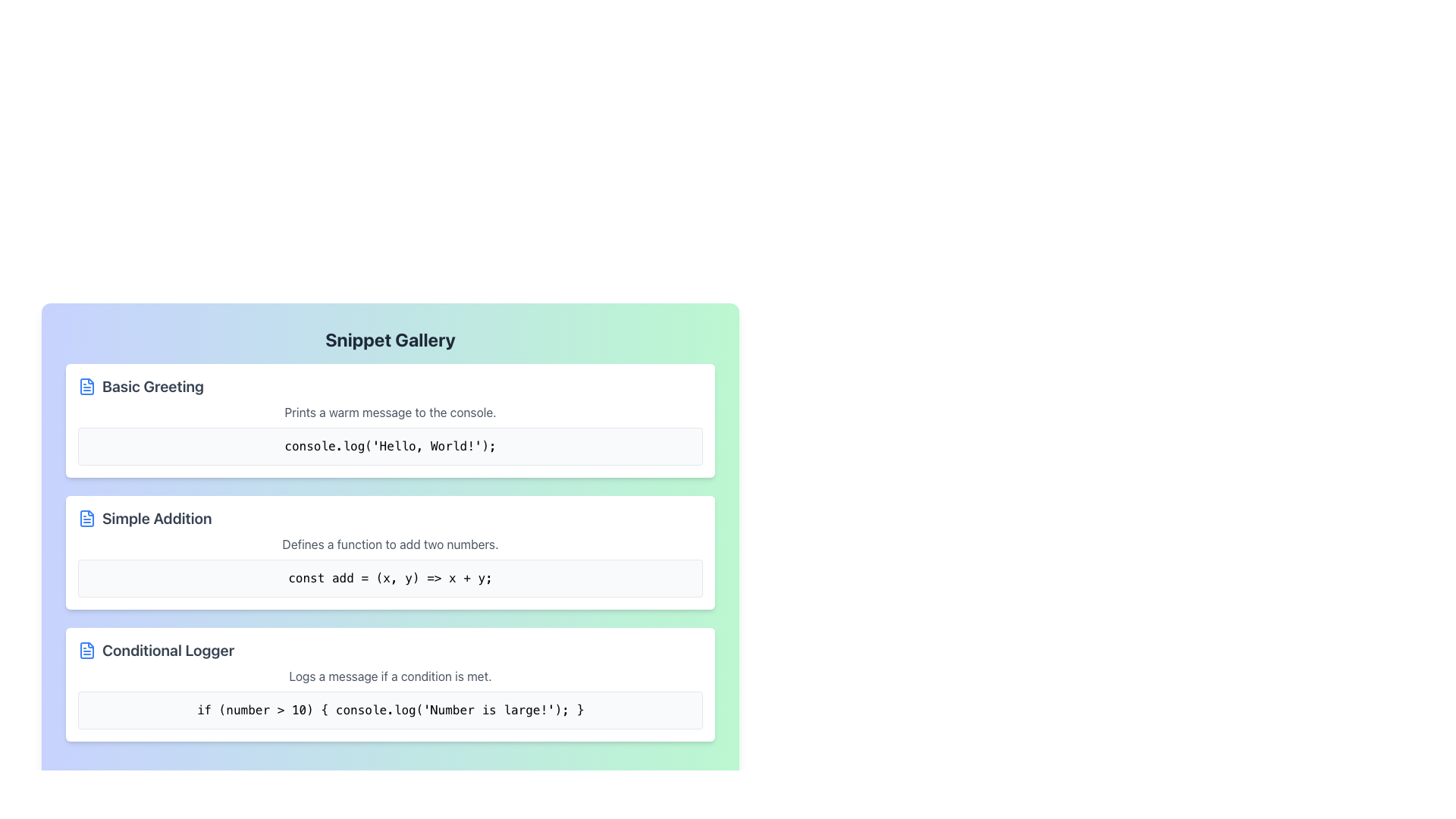  Describe the element at coordinates (390, 675) in the screenshot. I see `the text label that reads 'Logs a message if a condition is met.' which is styled with a gray font and located below the title 'Conditional Logger' in the third card of the code snippets list` at that location.